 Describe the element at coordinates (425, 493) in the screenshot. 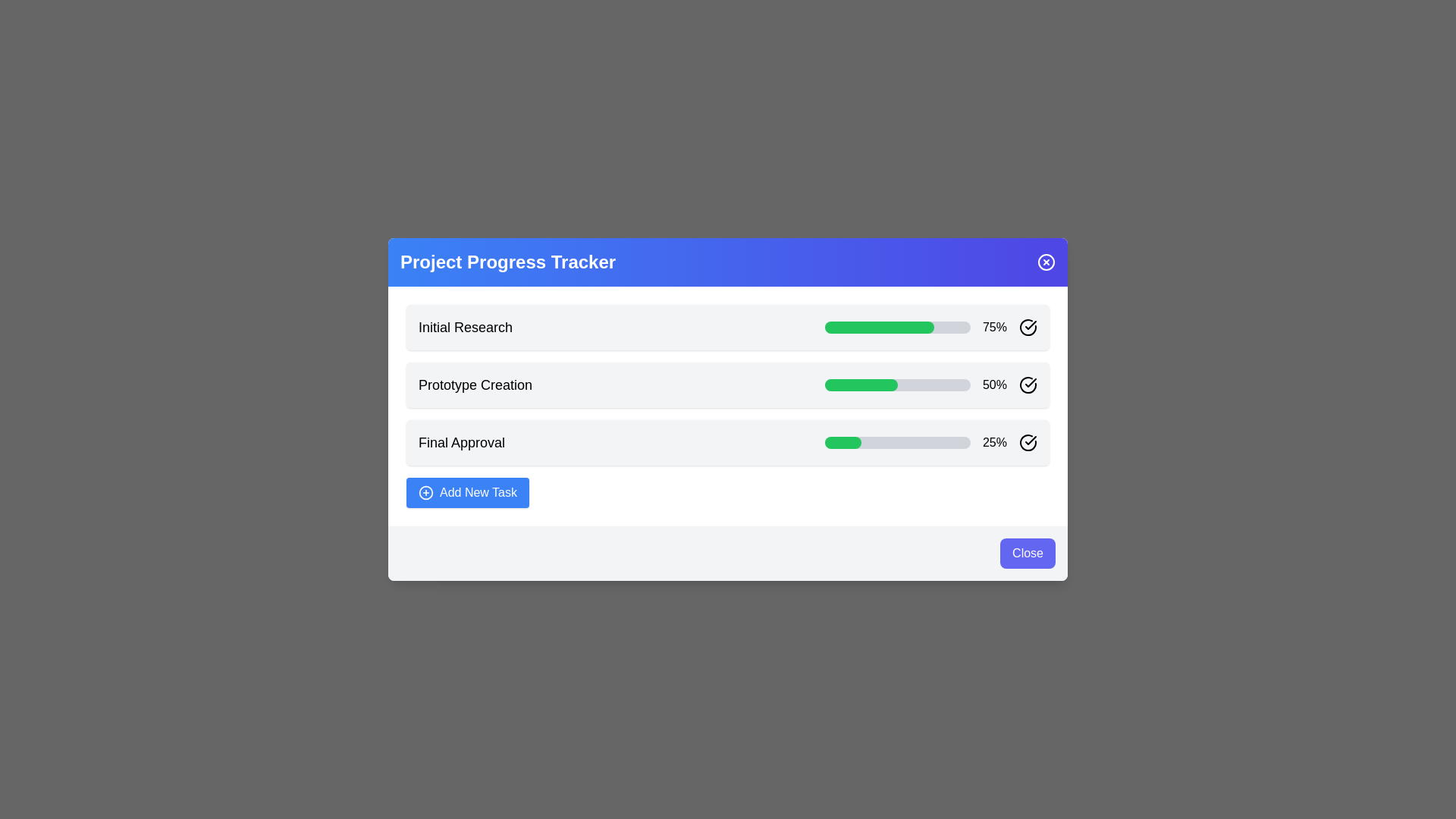

I see `the SVG circle element that serves as a decorative item for the 'Add New Task' button, located at the center of the icon representing a circle with a plus symbol, situated to the left of the button label` at that location.